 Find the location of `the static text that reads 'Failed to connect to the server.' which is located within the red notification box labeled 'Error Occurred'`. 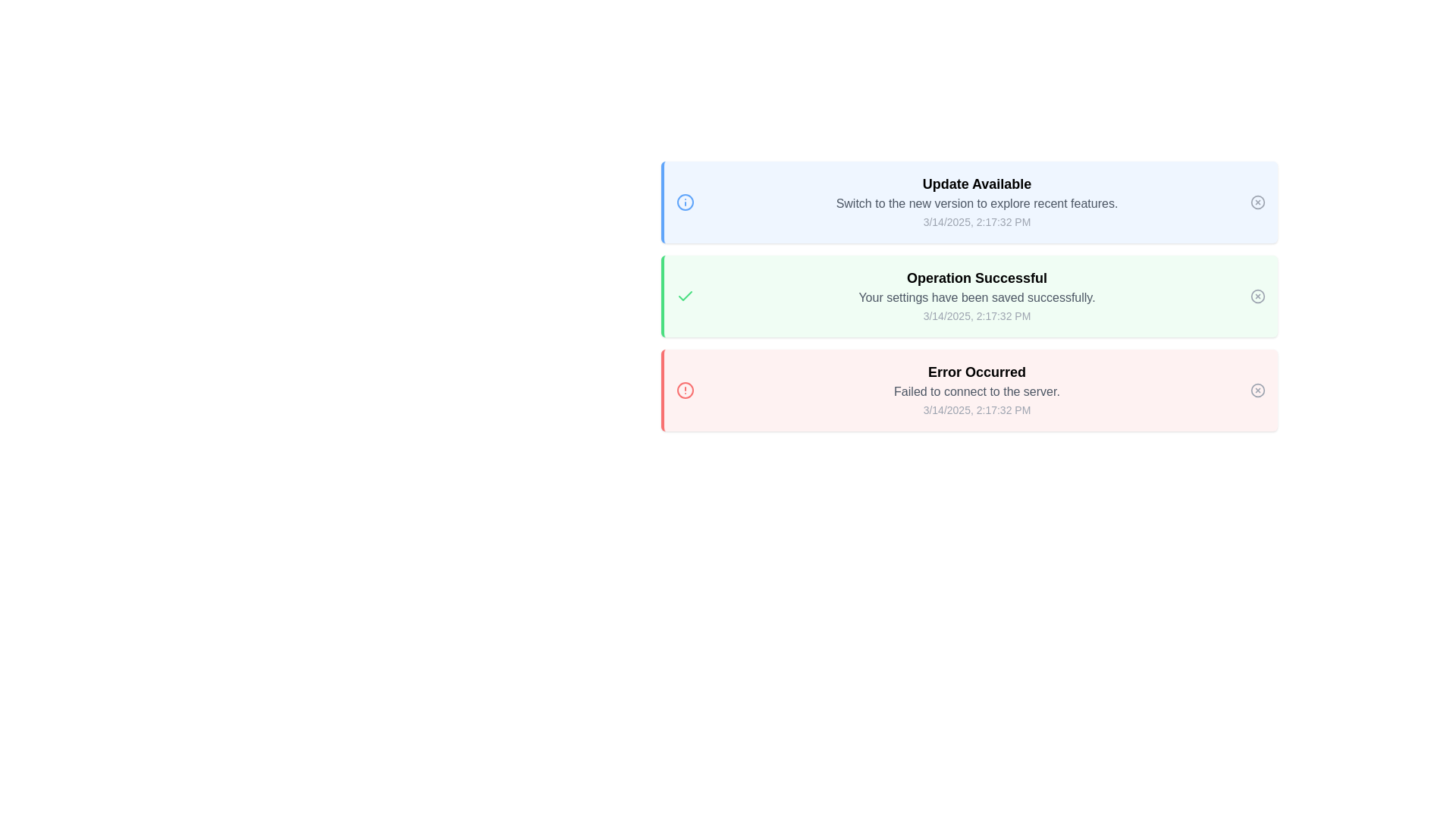

the static text that reads 'Failed to connect to the server.' which is located within the red notification box labeled 'Error Occurred' is located at coordinates (977, 391).